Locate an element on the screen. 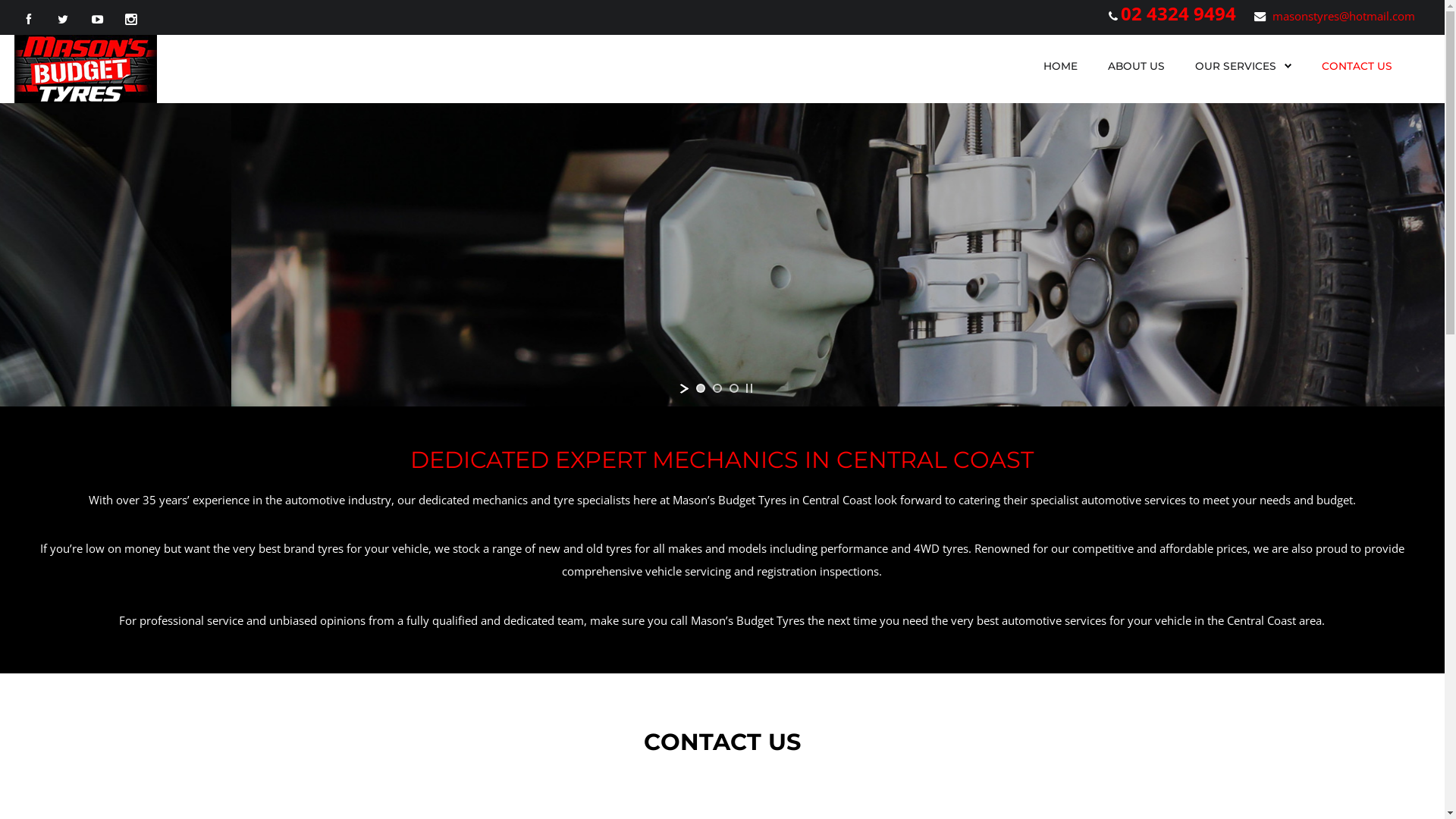  'CONTACT US' is located at coordinates (1357, 65).